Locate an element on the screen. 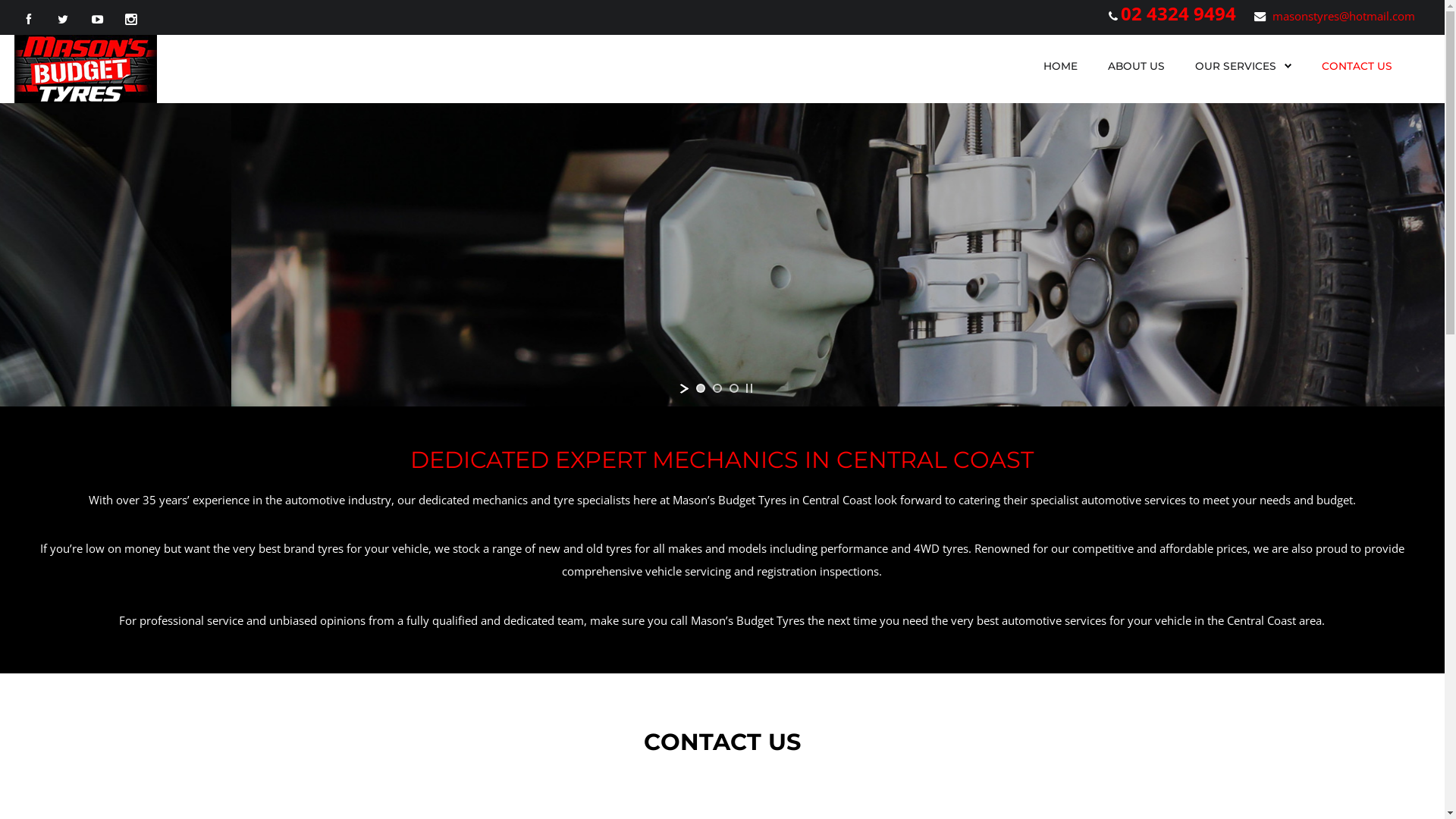  'CONTACT US' is located at coordinates (1357, 65).